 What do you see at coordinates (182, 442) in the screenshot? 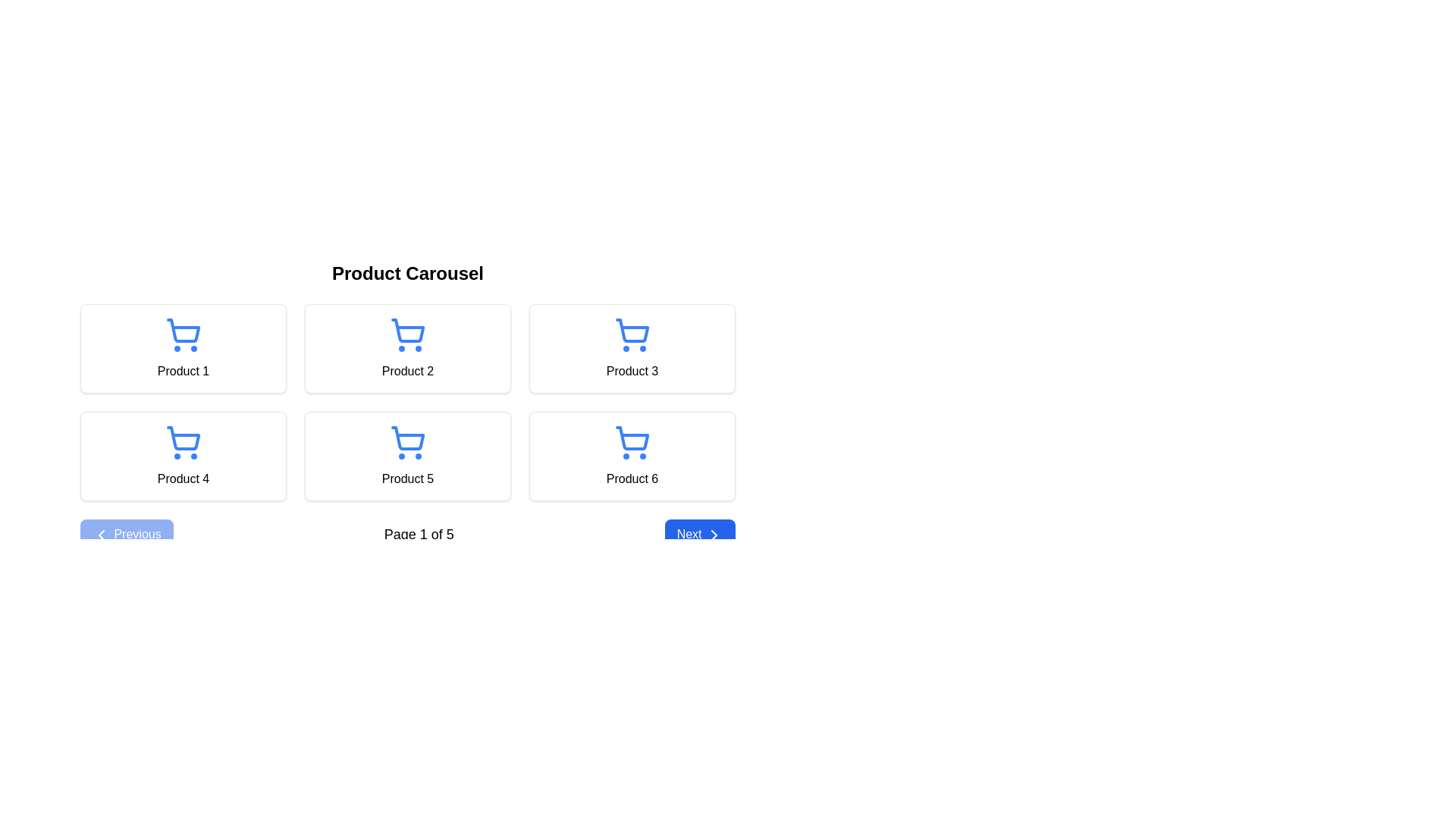
I see `the shopping cart icon associated with 'Product 4', which is styled in vivid blue and located in the second row of the product list` at bounding box center [182, 442].